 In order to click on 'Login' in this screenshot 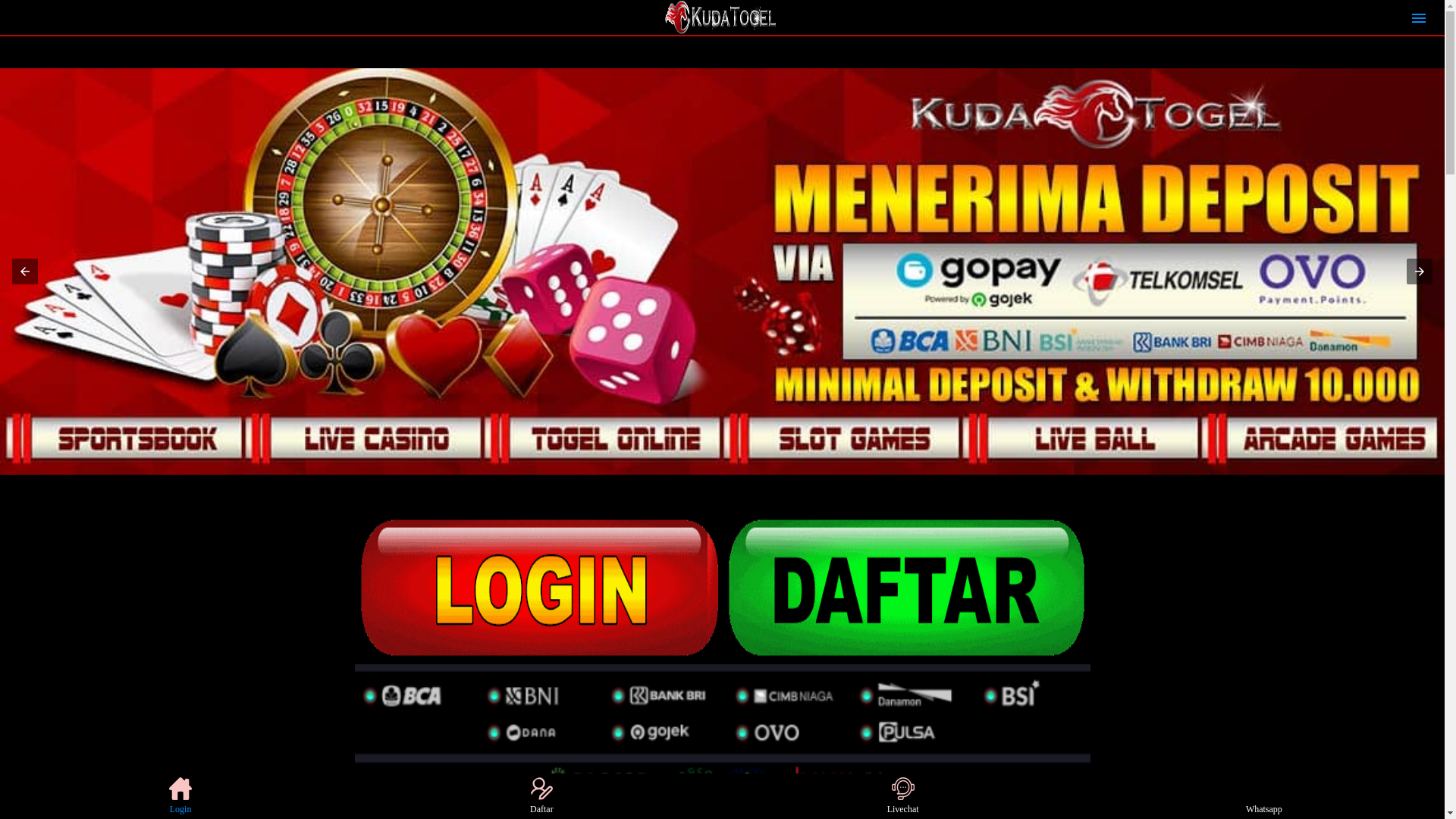, I will do `click(180, 795)`.